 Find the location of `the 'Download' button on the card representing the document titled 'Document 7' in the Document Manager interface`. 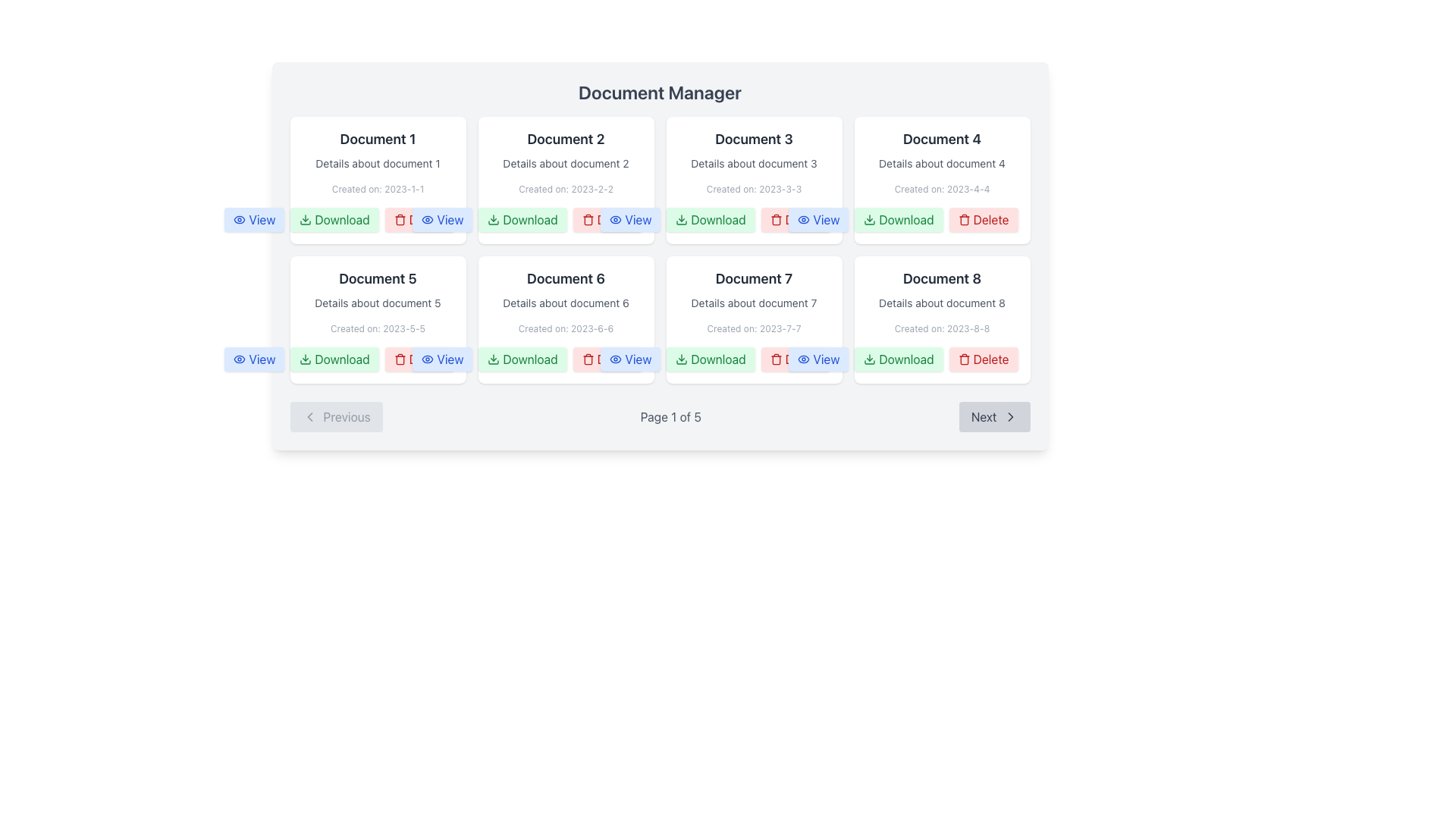

the 'Download' button on the card representing the document titled 'Document 7' in the Document Manager interface is located at coordinates (754, 318).